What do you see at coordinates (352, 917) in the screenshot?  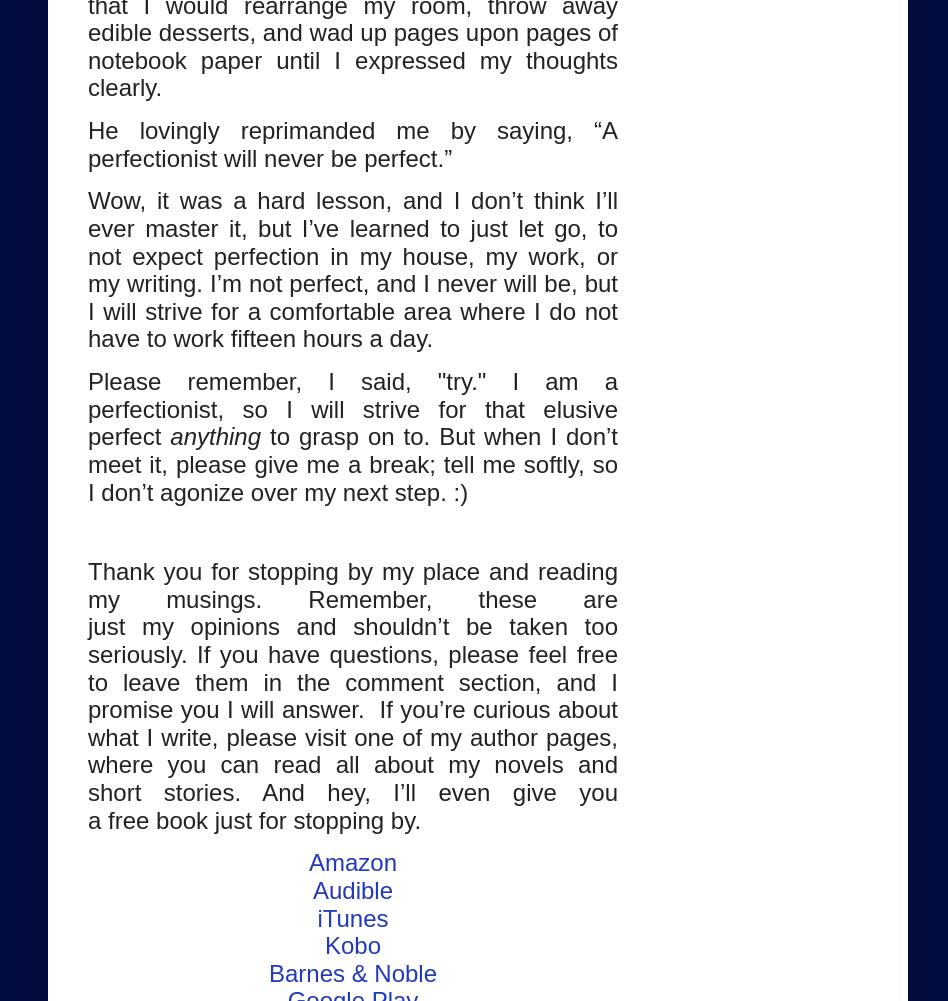 I see `'iTunes'` at bounding box center [352, 917].